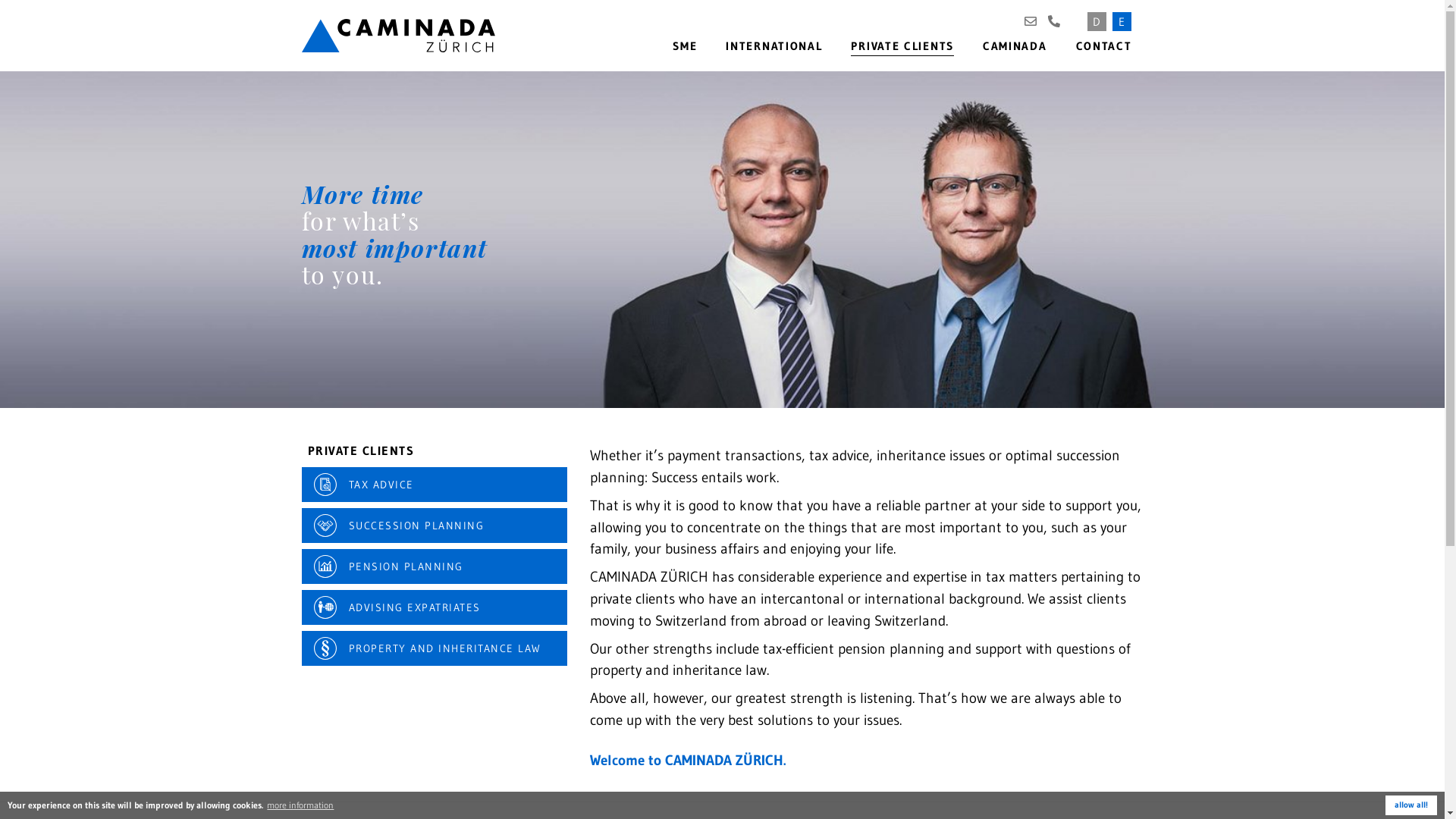 The image size is (1456, 819). Describe the element at coordinates (683, 45) in the screenshot. I see `'SME'` at that location.